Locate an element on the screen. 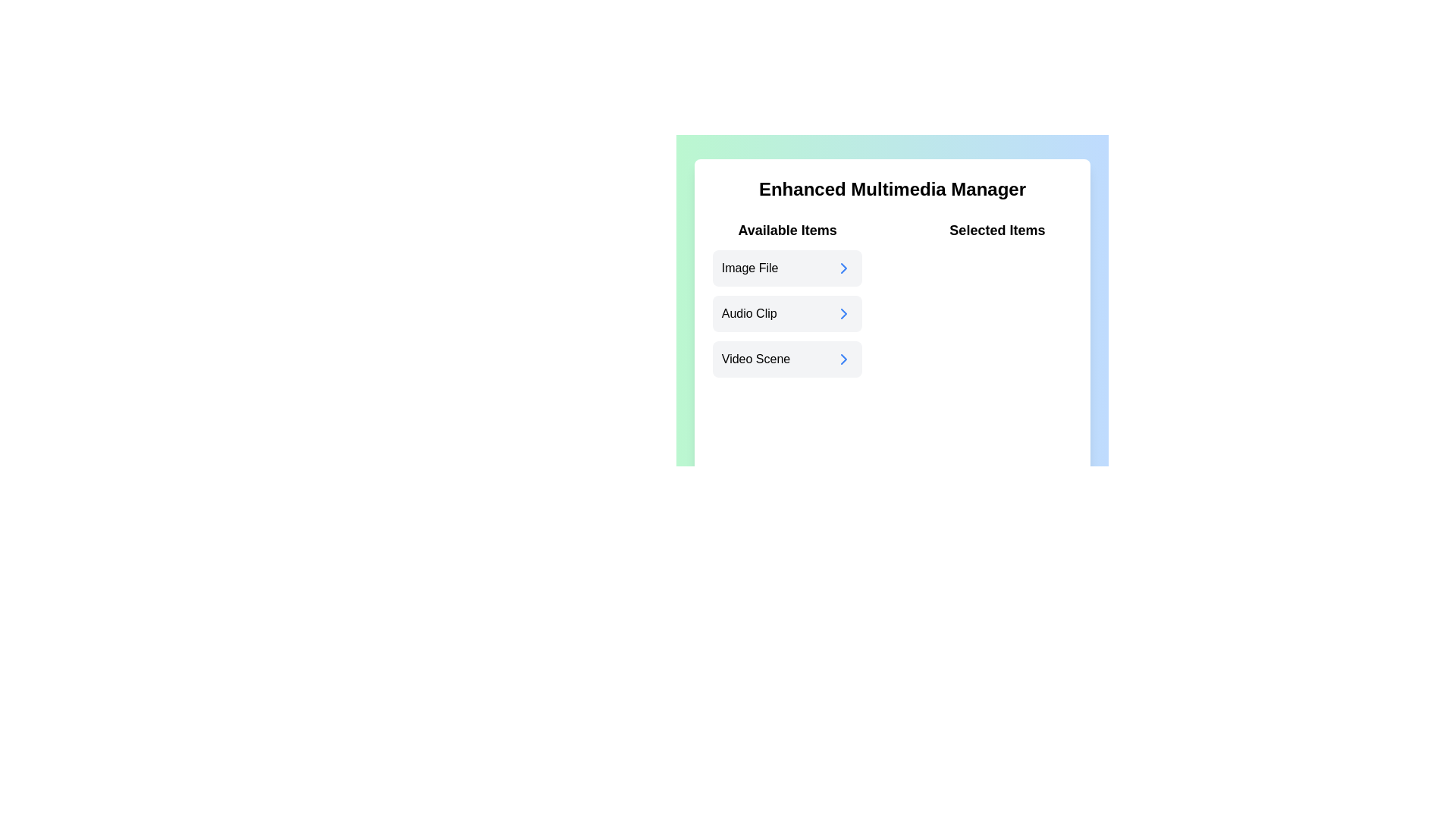 The width and height of the screenshot is (1456, 819). the Chevron icon located on the right side of the 'Audio Clip' group is located at coordinates (843, 312).